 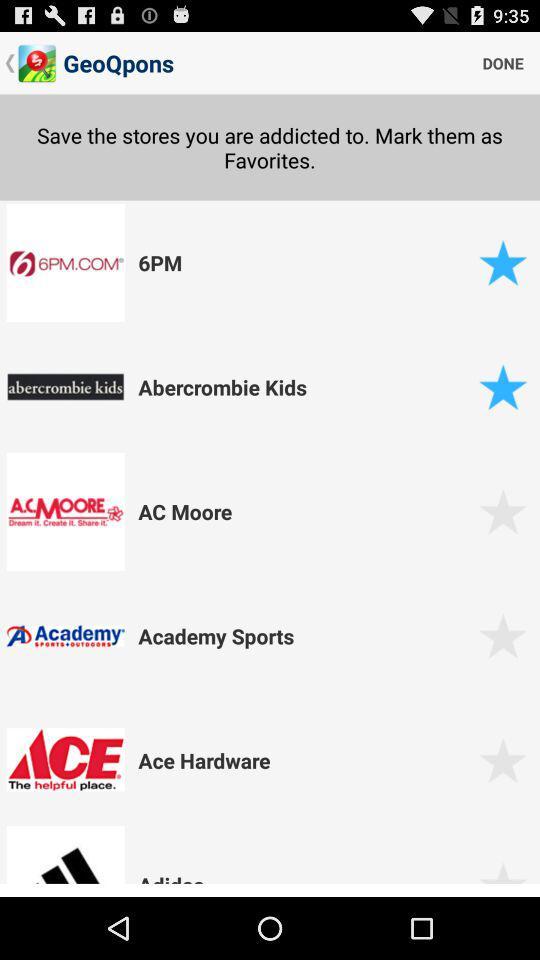 What do you see at coordinates (305, 635) in the screenshot?
I see `academy sports` at bounding box center [305, 635].